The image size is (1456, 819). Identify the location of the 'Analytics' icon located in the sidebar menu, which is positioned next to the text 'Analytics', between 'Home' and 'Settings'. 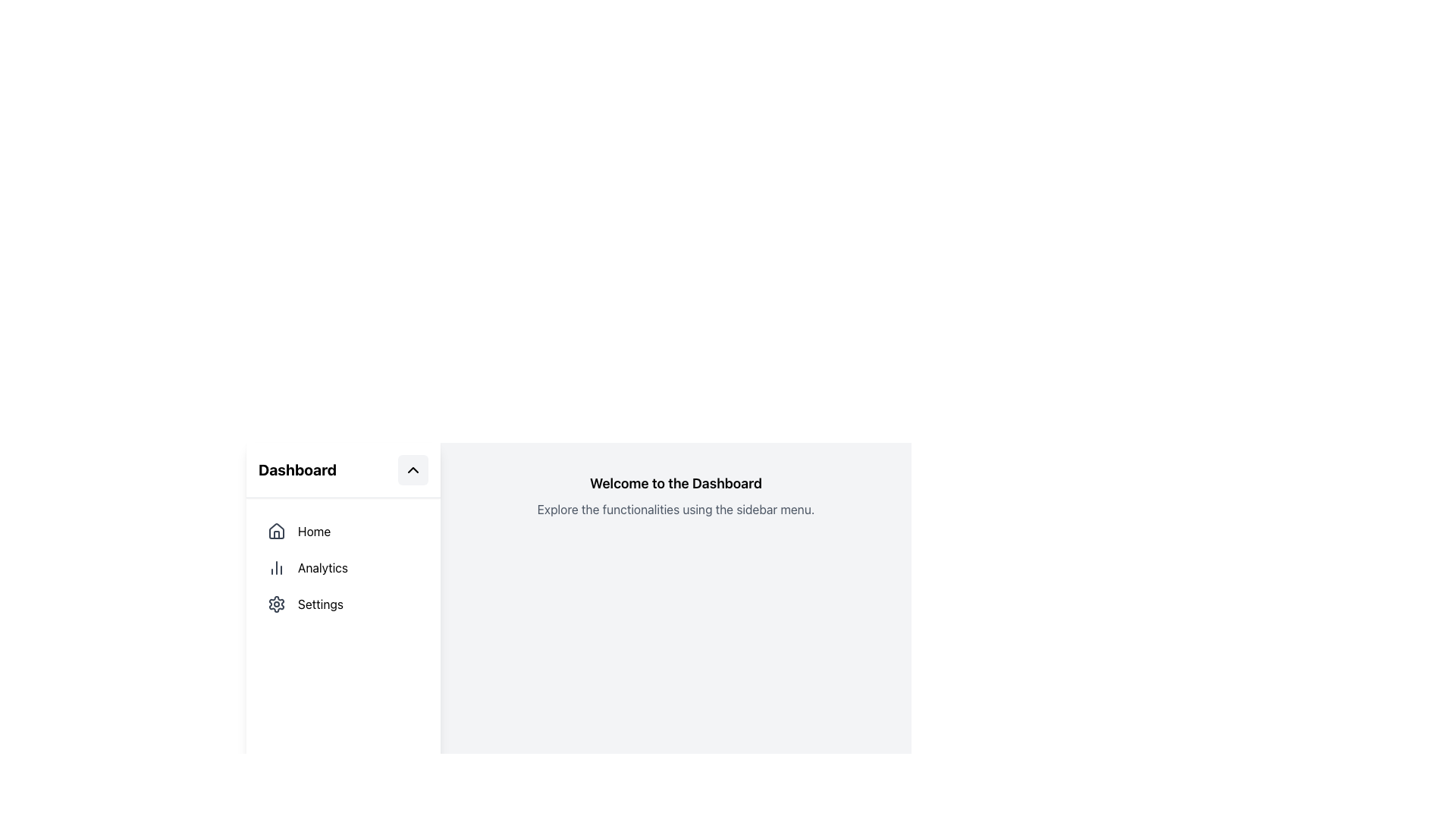
(276, 567).